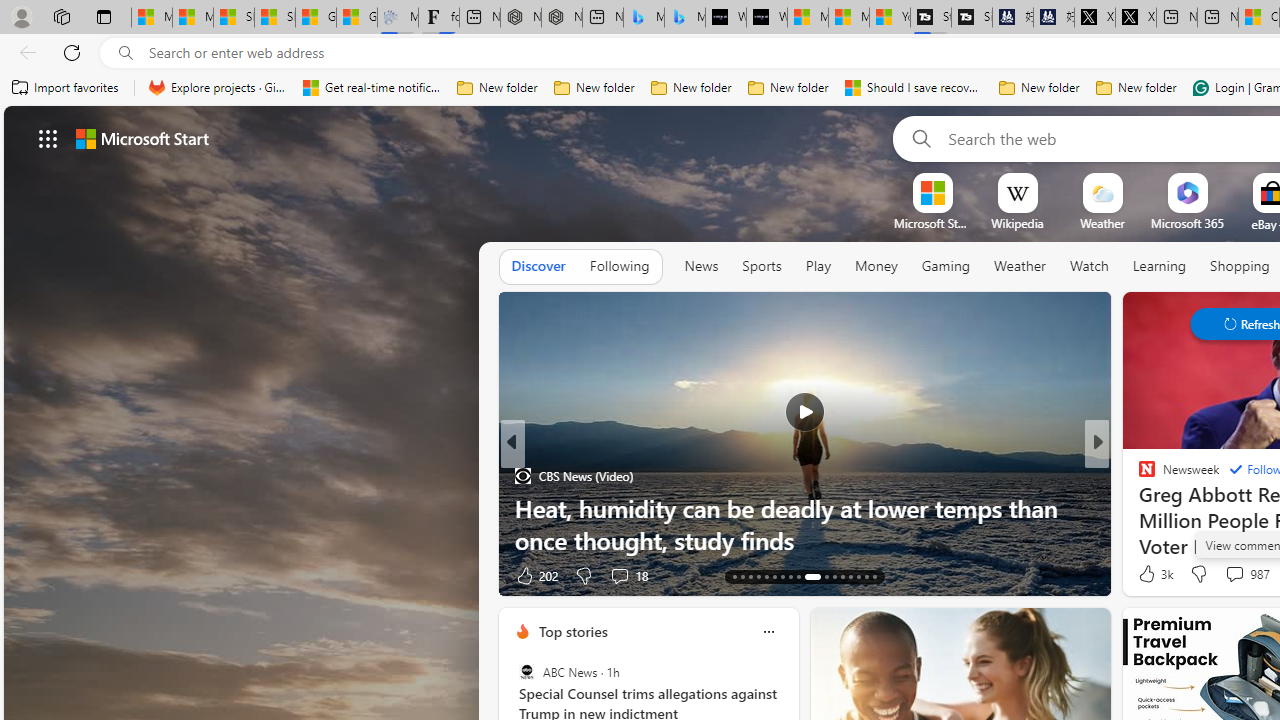 Image resolution: width=1280 pixels, height=720 pixels. Describe the element at coordinates (760, 266) in the screenshot. I see `'Sports'` at that location.